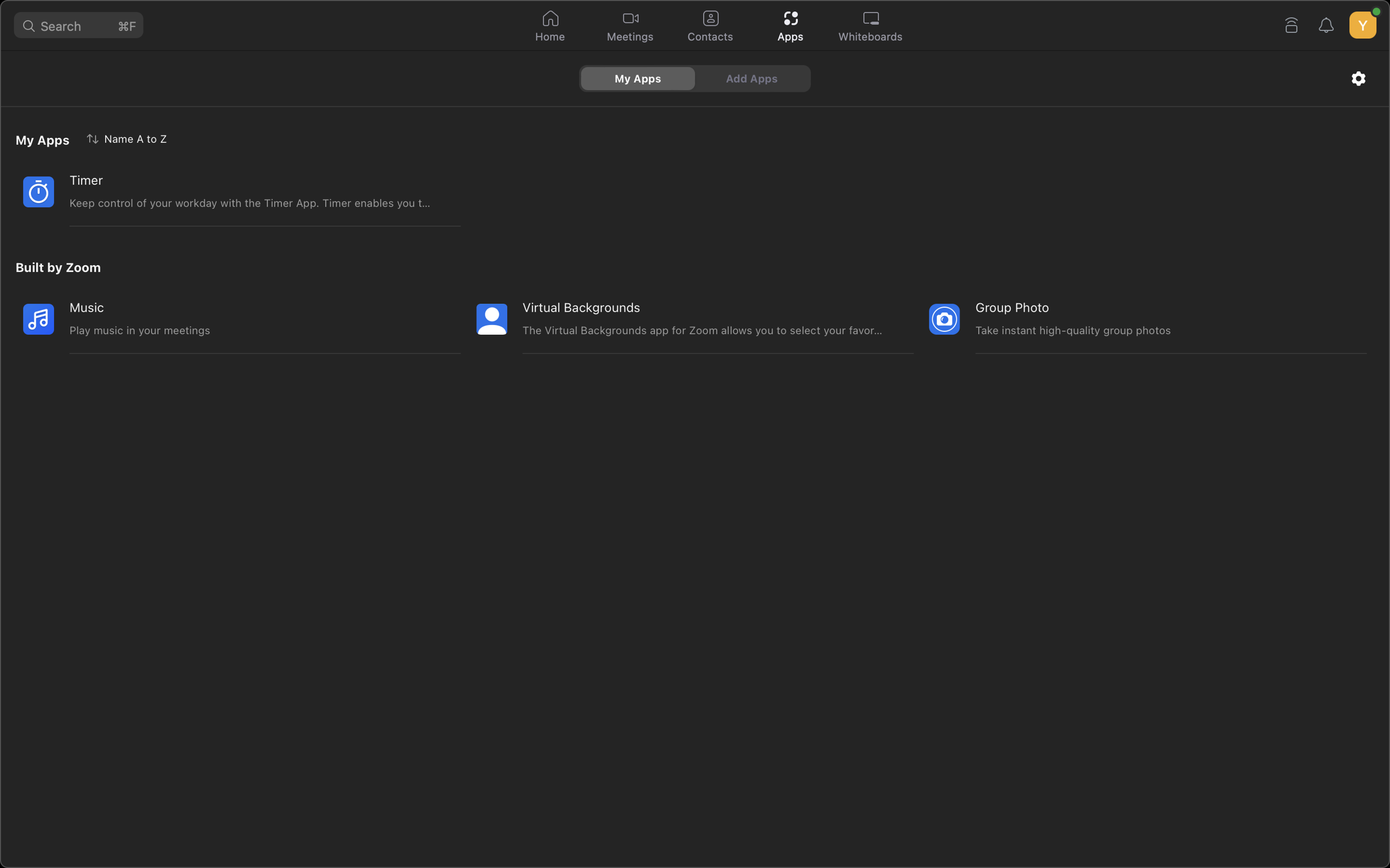  Describe the element at coordinates (224, 191) in the screenshot. I see `the timer software` at that location.